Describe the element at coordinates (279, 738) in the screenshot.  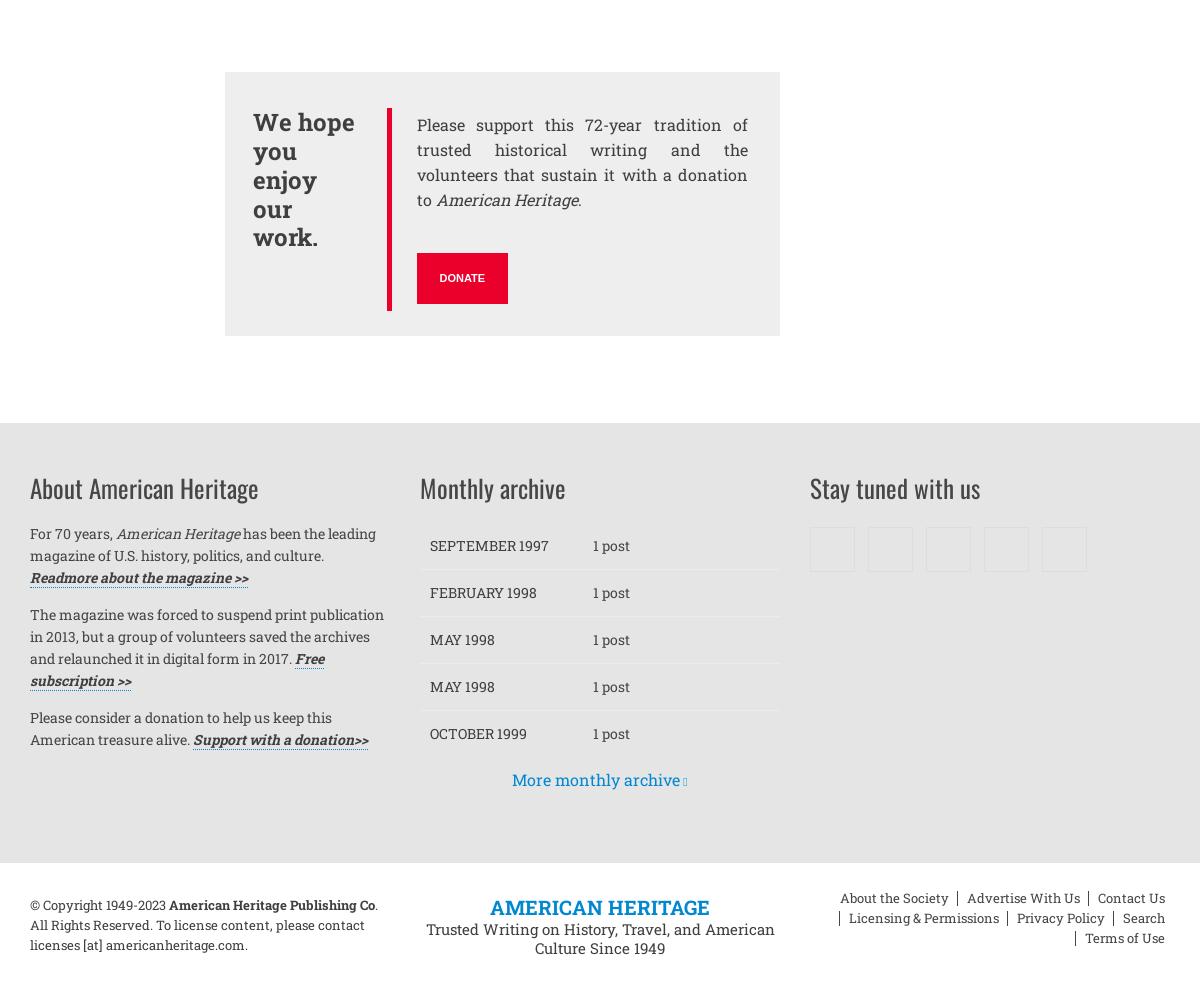
I see `'Support with a donation>>'` at that location.